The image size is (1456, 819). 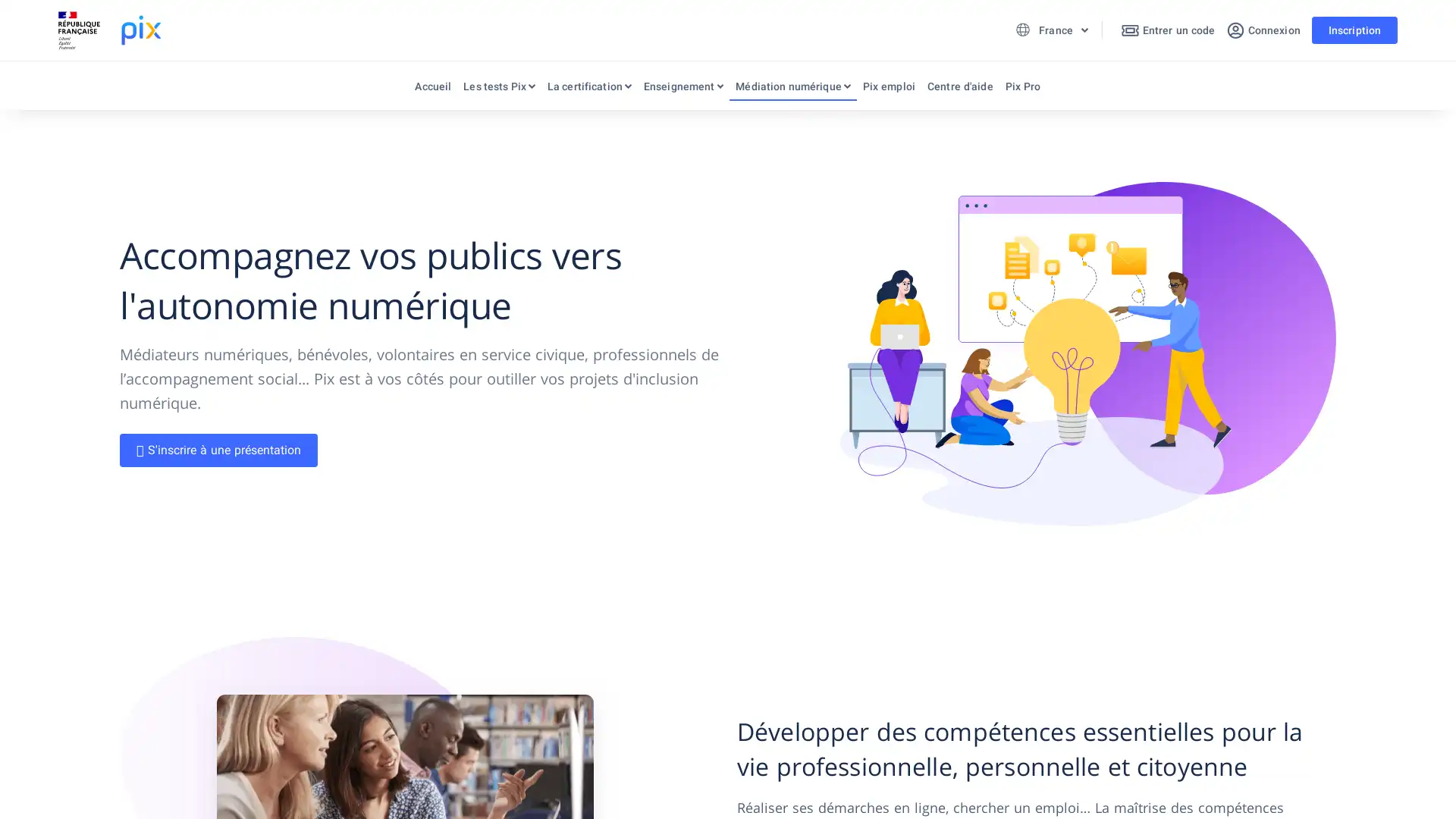 I want to click on La certification, so click(x=588, y=89).